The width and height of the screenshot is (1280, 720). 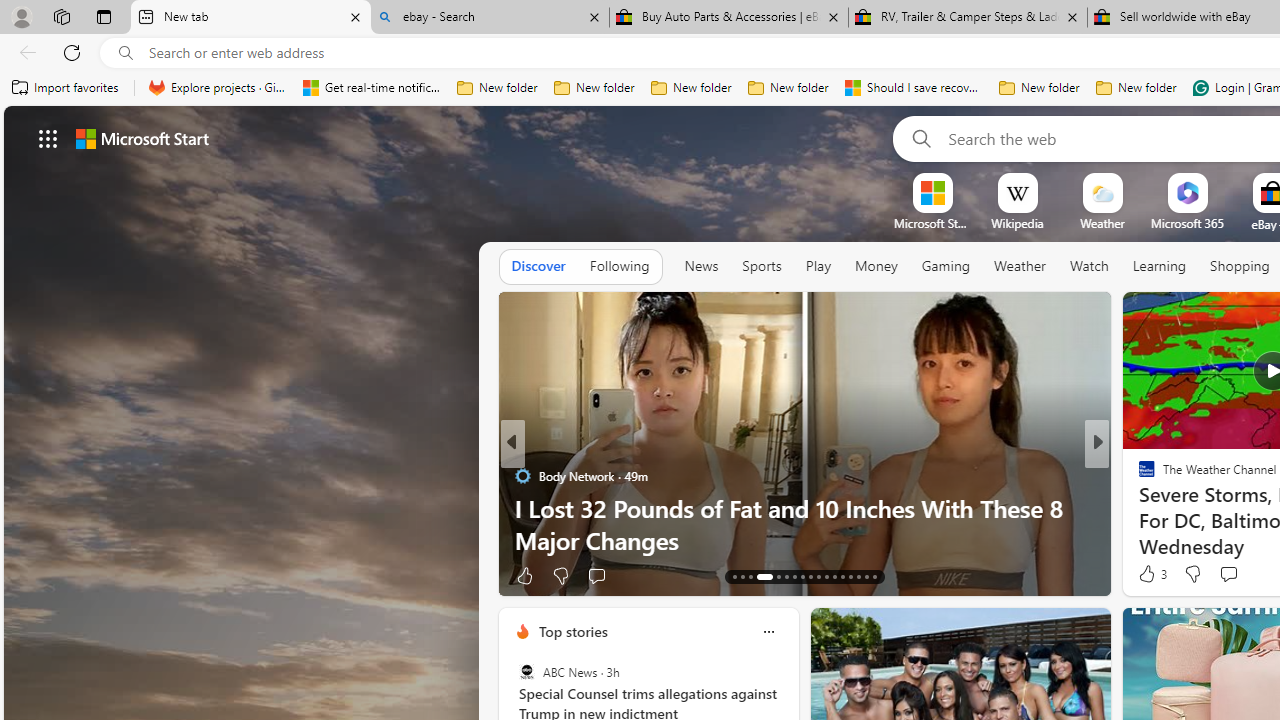 I want to click on 'Gaming', so click(x=944, y=265).